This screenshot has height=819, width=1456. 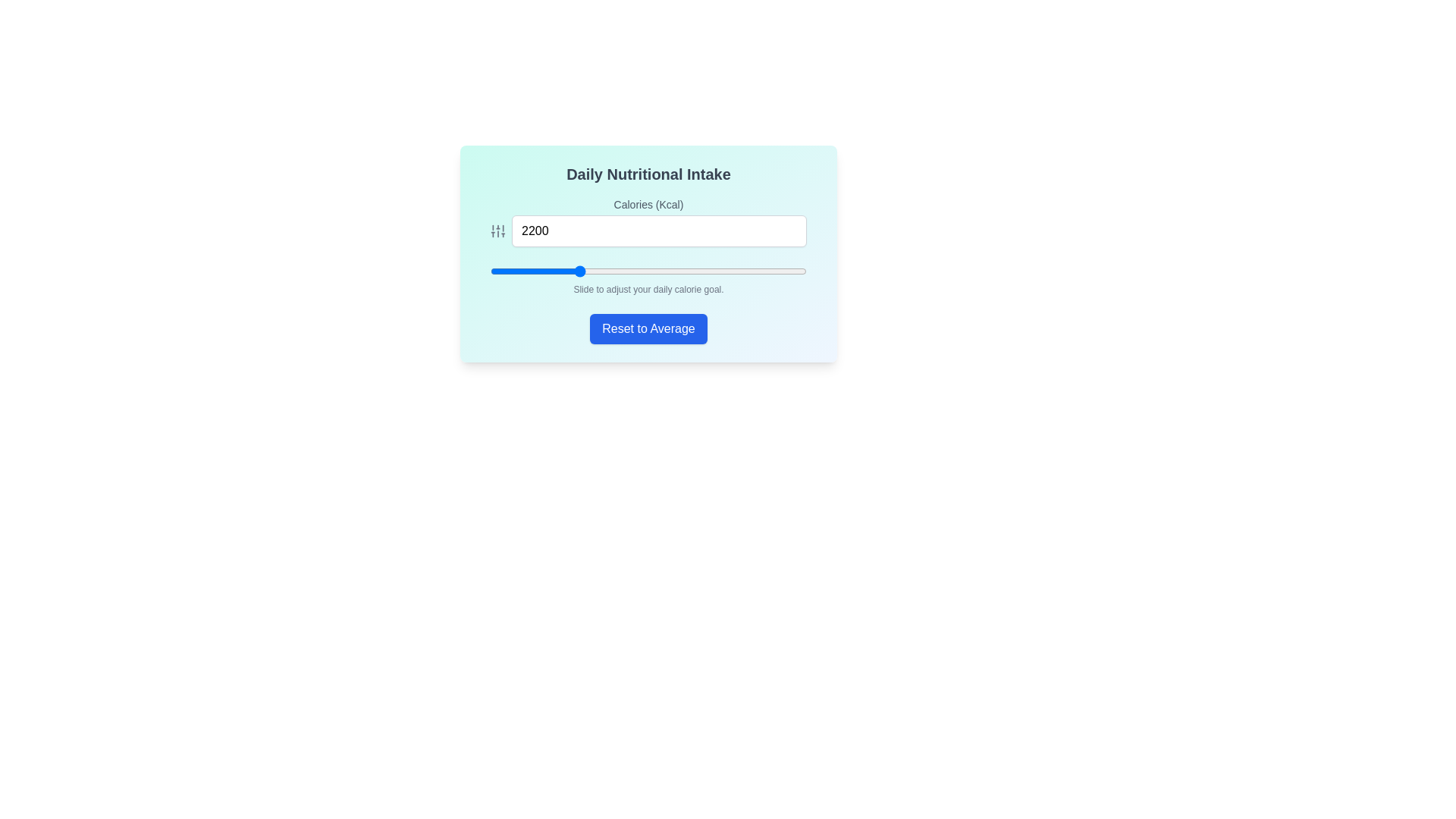 I want to click on the calorie goal, so click(x=555, y=271).